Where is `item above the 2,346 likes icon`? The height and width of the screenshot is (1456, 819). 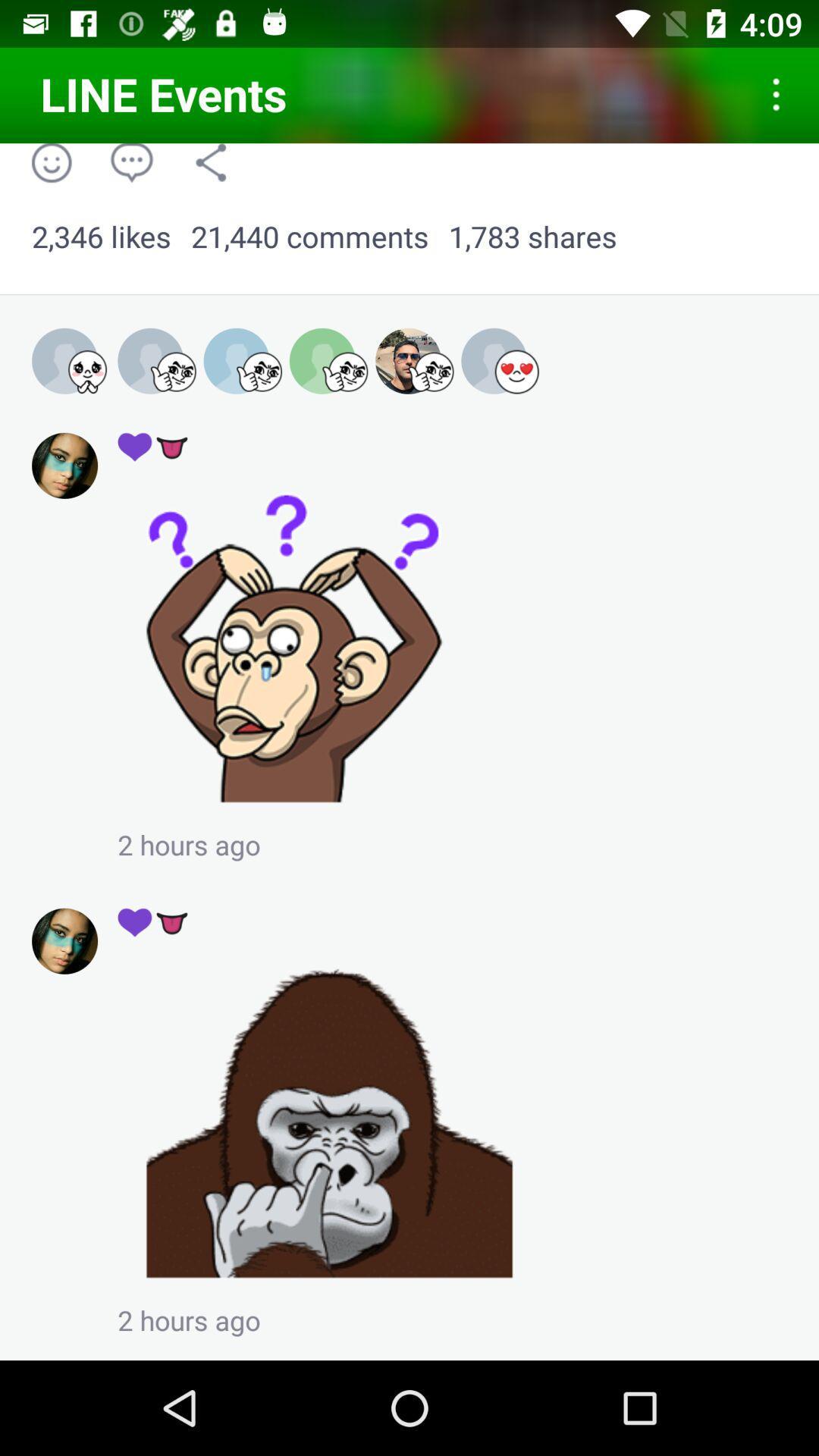
item above the 2,346 likes icon is located at coordinates (211, 162).